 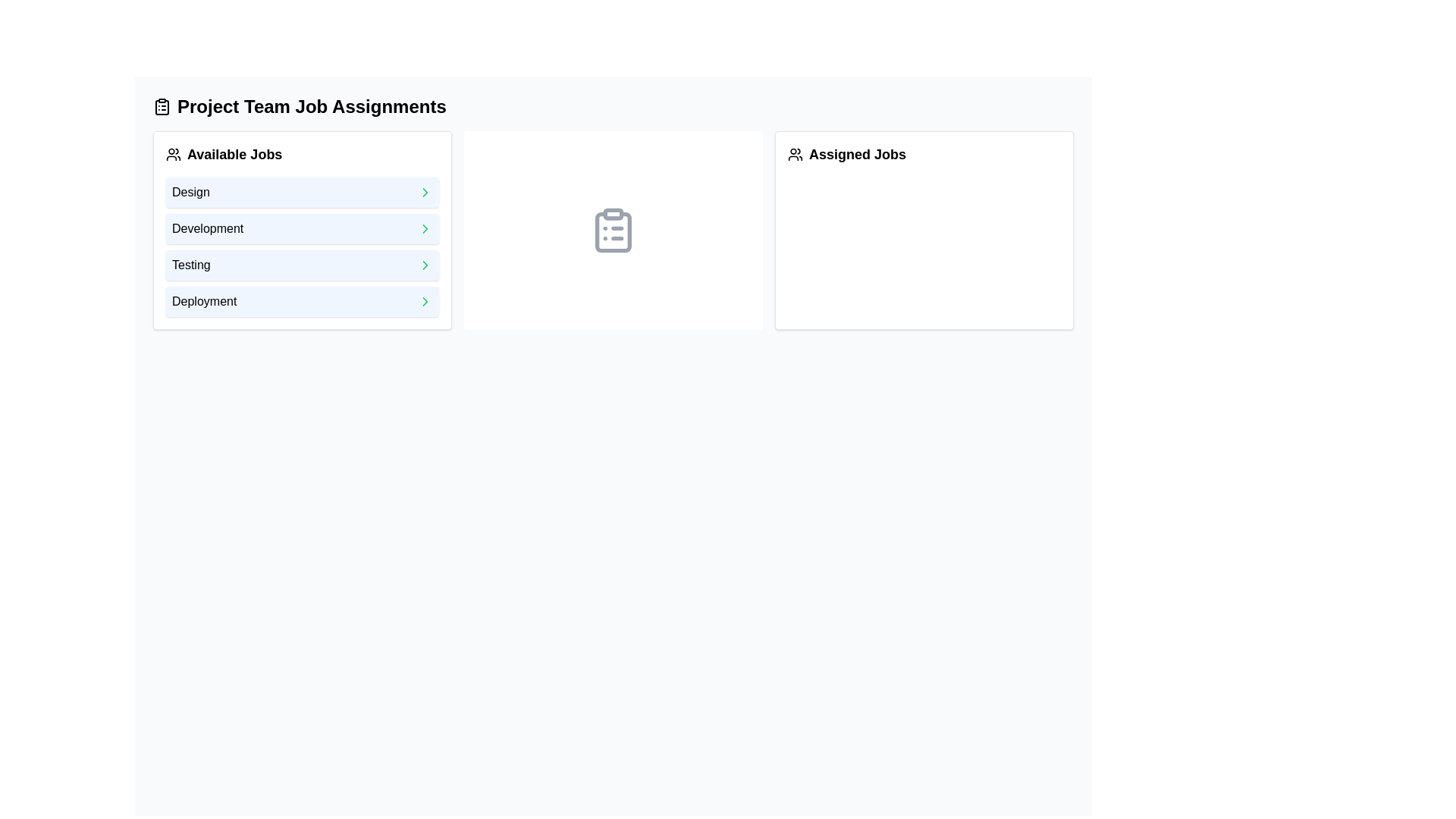 What do you see at coordinates (302, 192) in the screenshot?
I see `the 'Design' button in the 'Available Jobs' section` at bounding box center [302, 192].